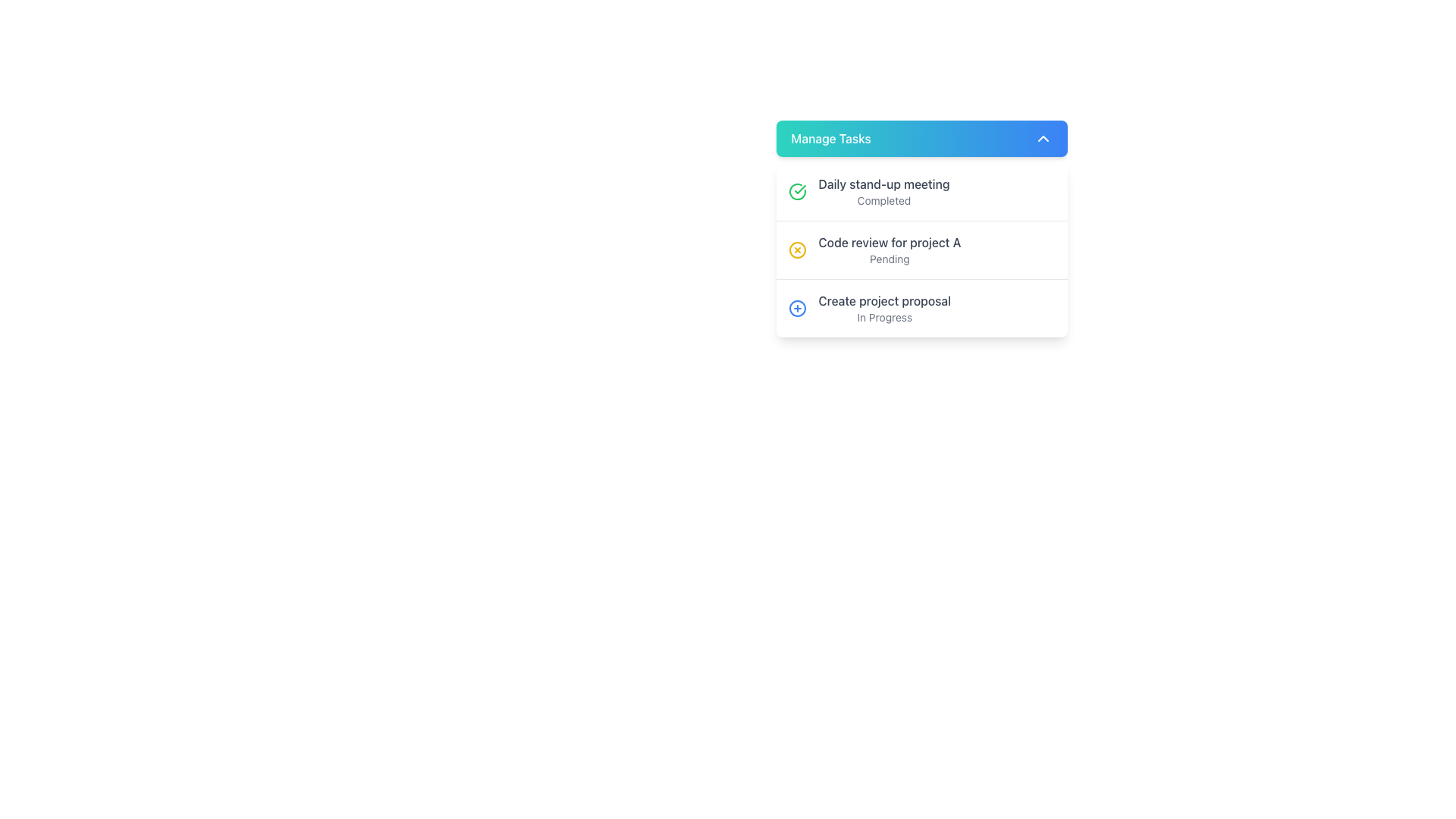  Describe the element at coordinates (890, 249) in the screenshot. I see `text label displaying 'Code review for project A' and 'Pending' located in the second row of the list under 'Manage Tasks'` at that location.